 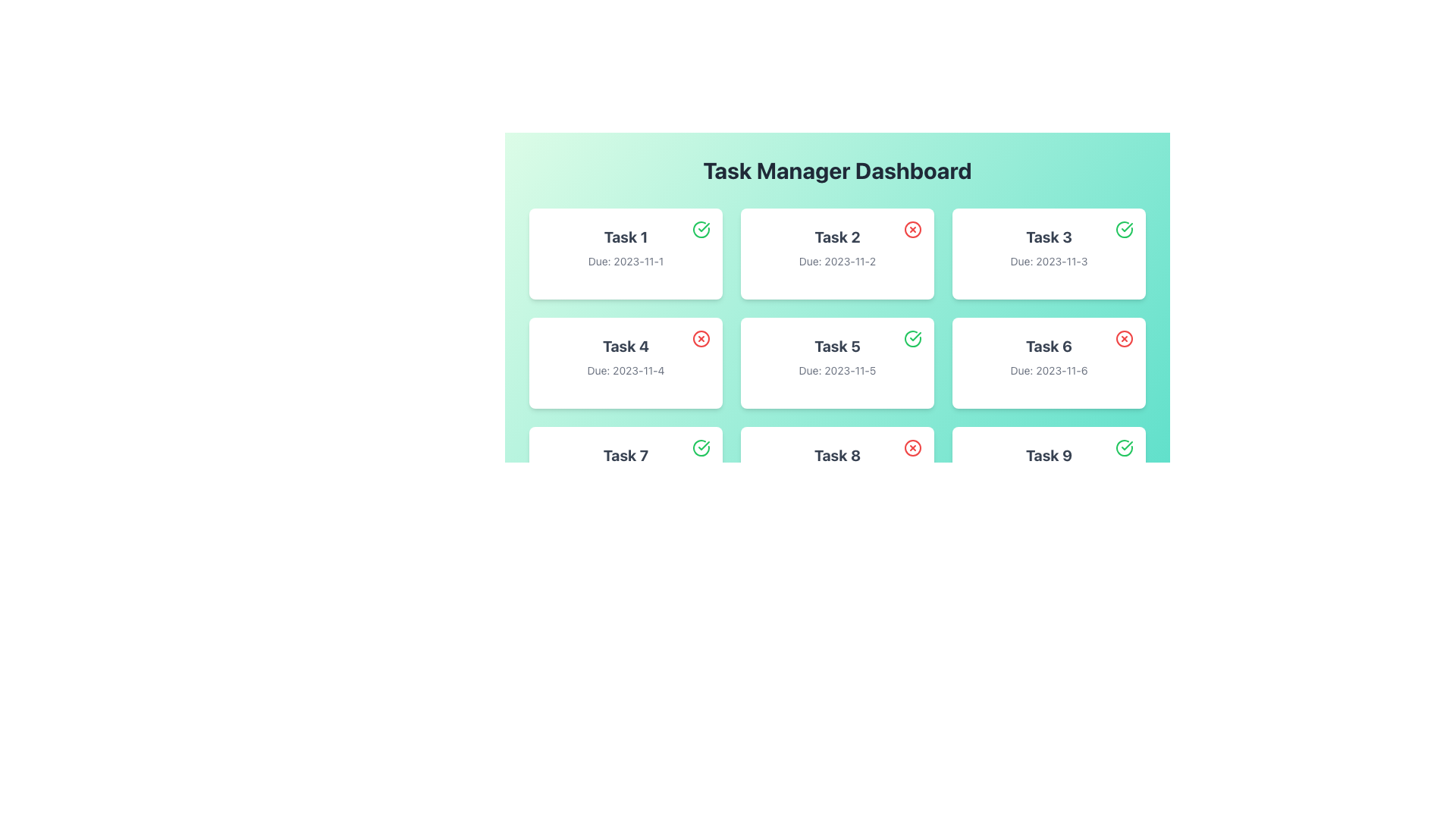 I want to click on the circular red icon with a white background and a bold red 'X' symbol located in the top-right corner of the 'Task 8' card labeled 'Due: 2023-11-8', so click(x=912, y=447).